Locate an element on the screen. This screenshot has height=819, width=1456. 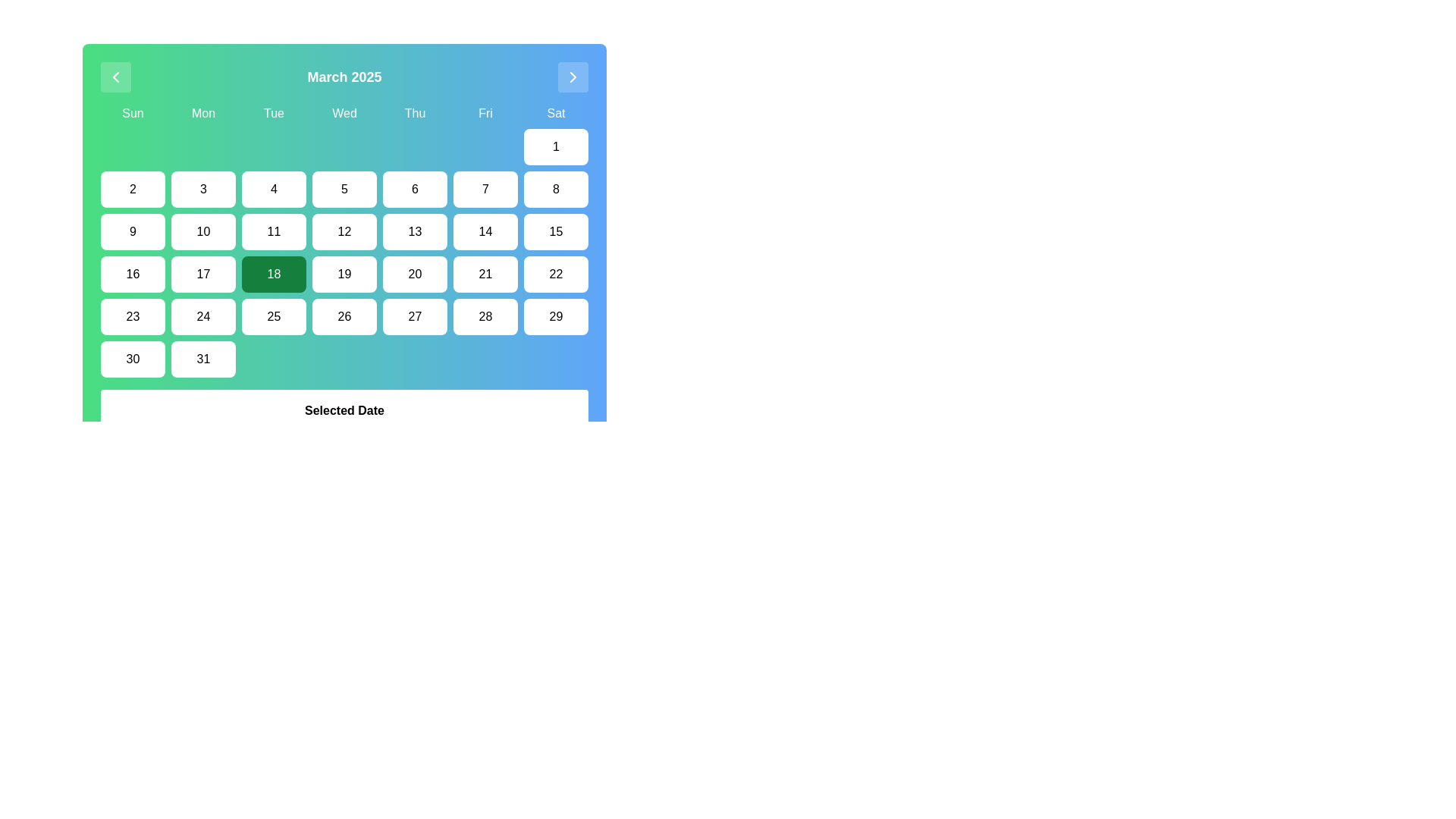
the calendar button for Thursday, March 6, 2025 is located at coordinates (415, 189).